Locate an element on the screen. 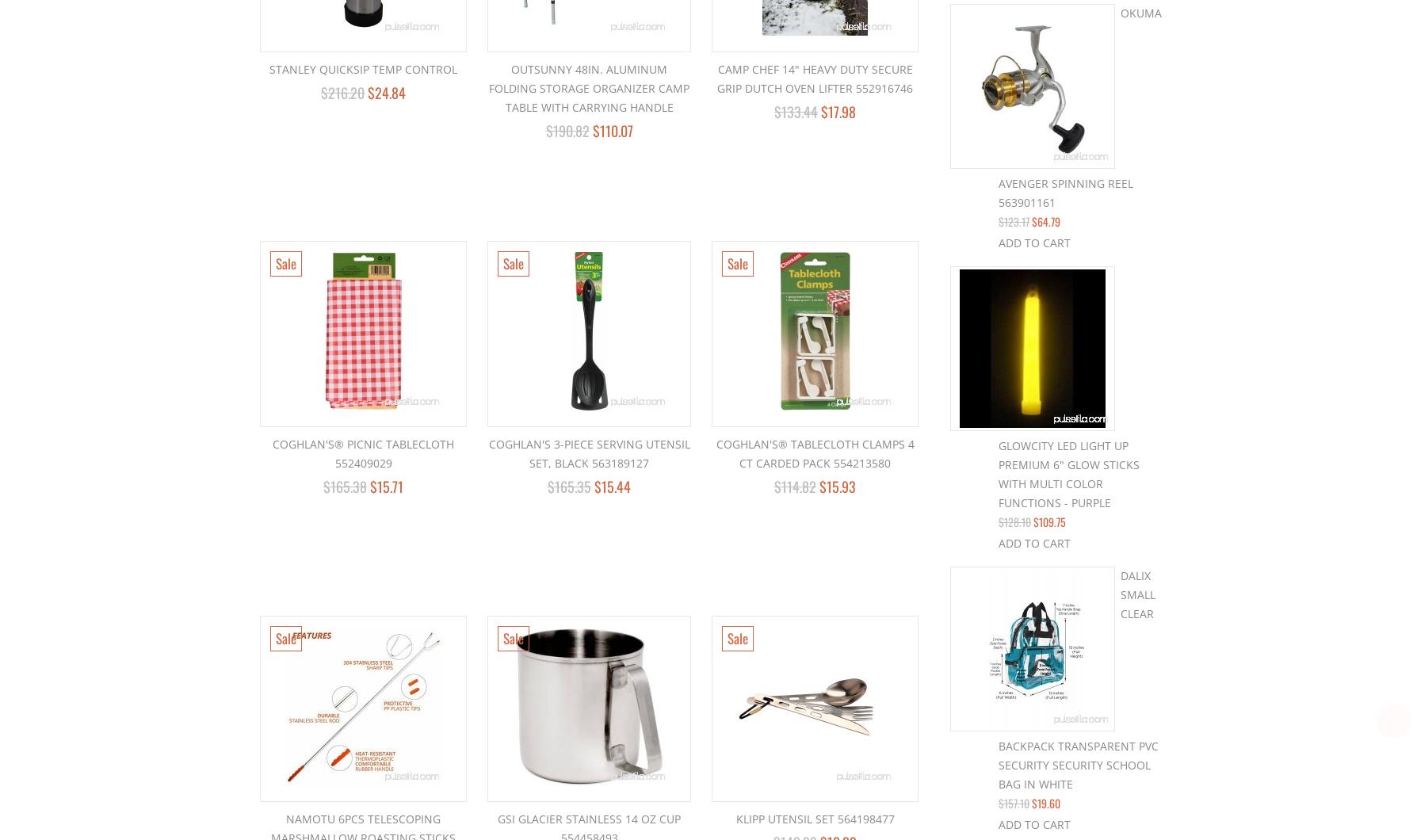 The height and width of the screenshot is (840, 1417). 'Okuma Avenger Spinning Reel   563901161' is located at coordinates (1079, 106).